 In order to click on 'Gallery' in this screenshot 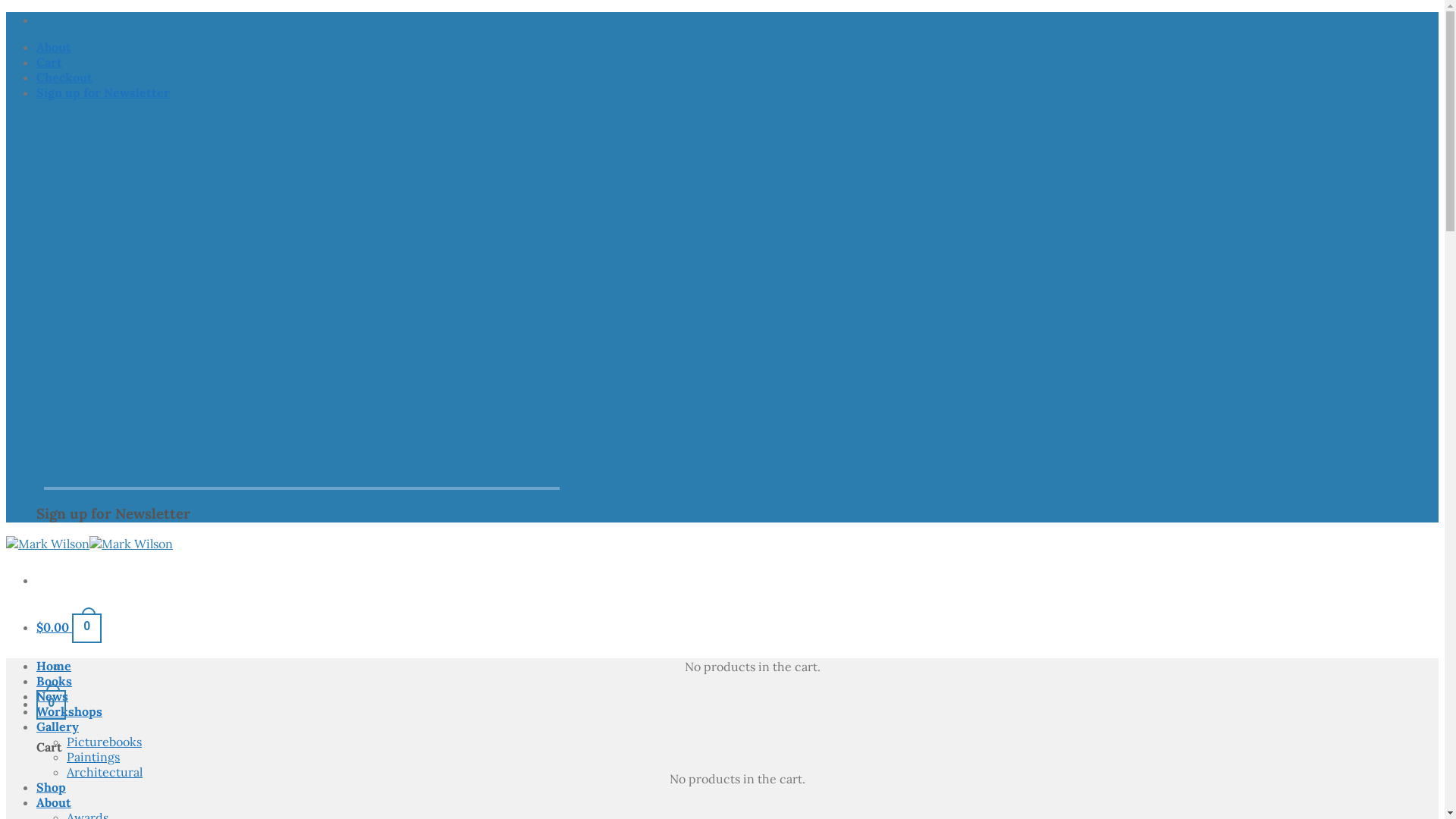, I will do `click(58, 725)`.